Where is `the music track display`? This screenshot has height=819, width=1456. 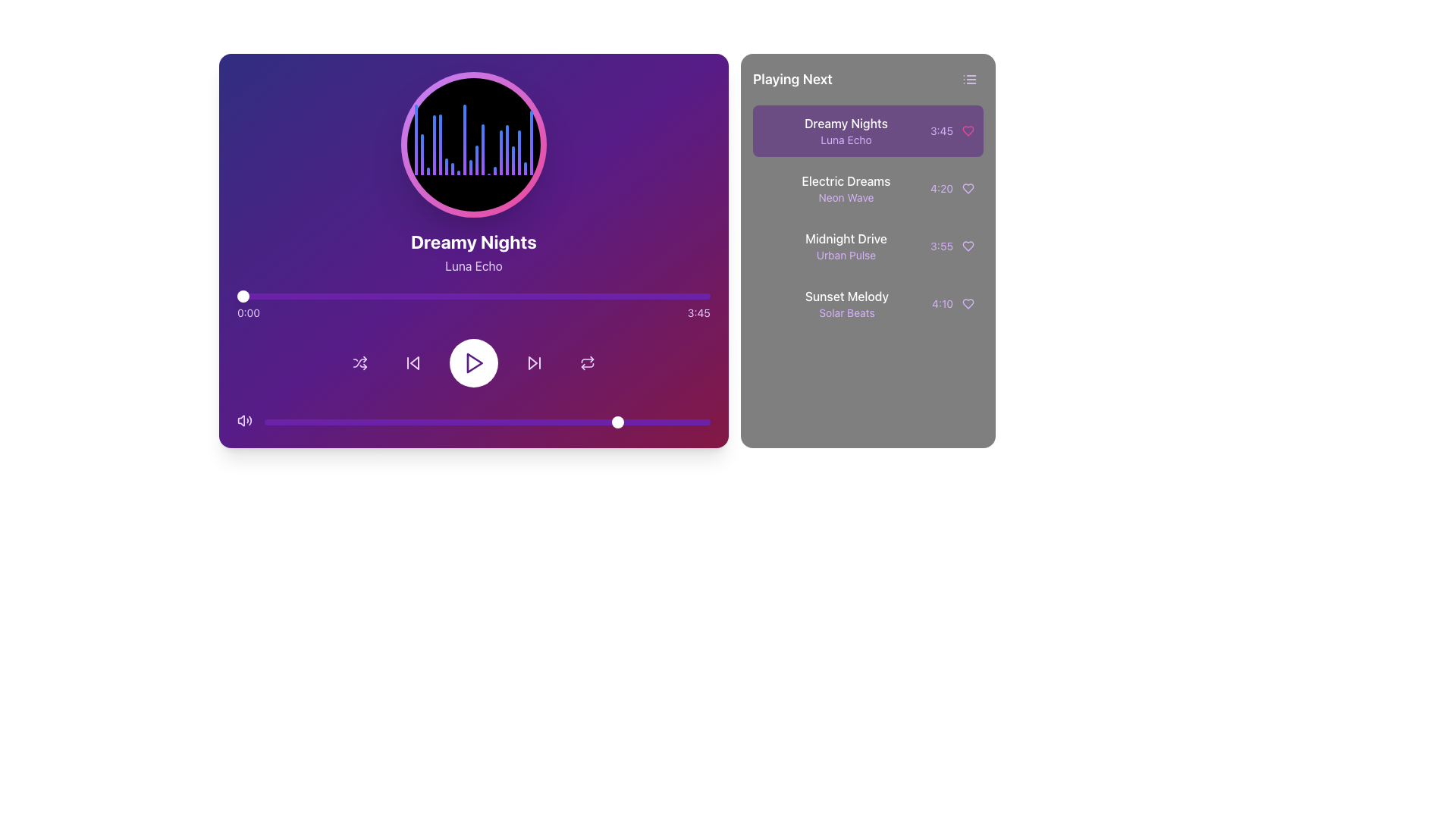
the music track display is located at coordinates (846, 304).